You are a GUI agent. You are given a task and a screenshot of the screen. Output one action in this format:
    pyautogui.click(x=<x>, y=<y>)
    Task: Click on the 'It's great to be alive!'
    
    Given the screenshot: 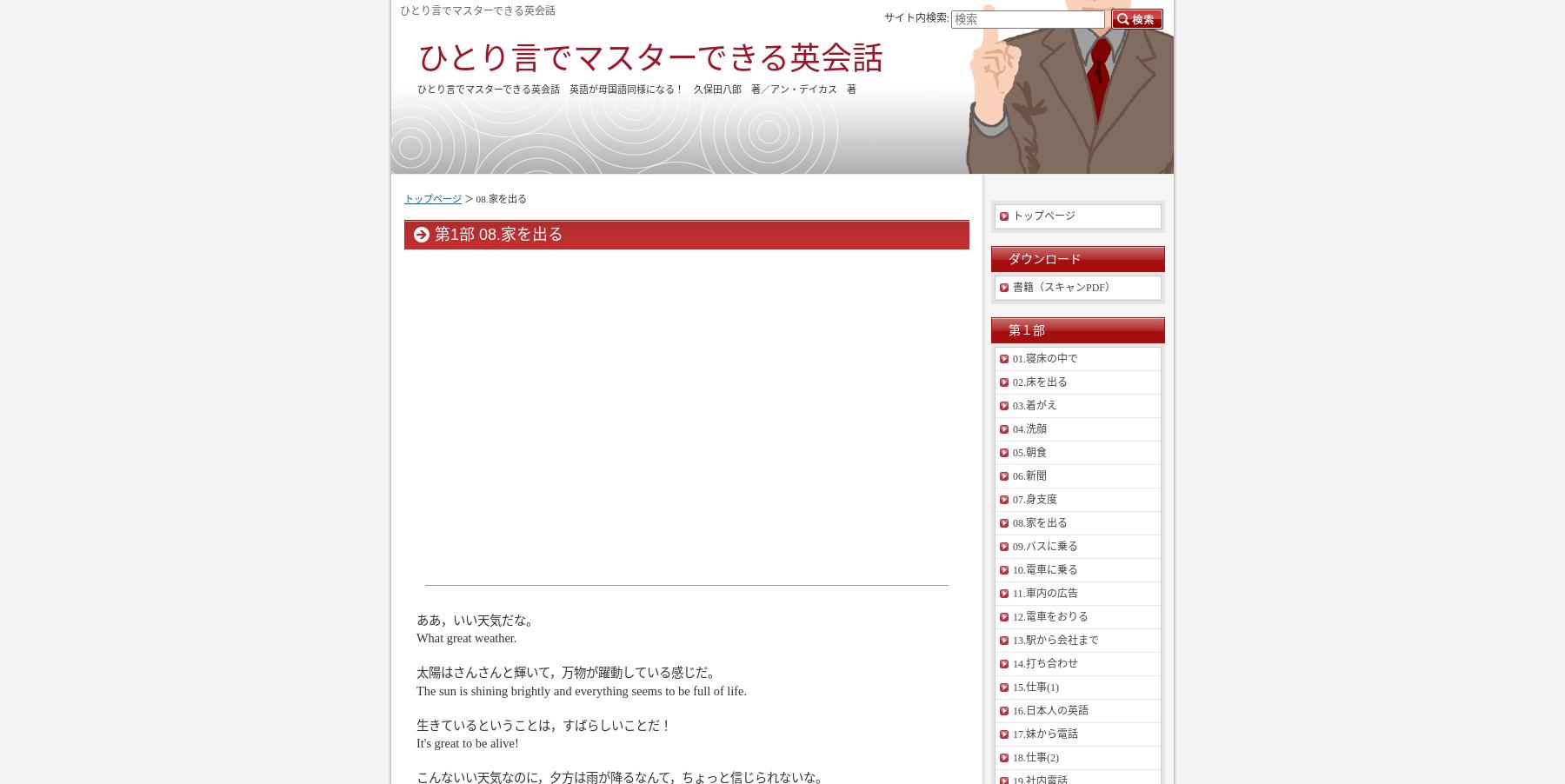 What is the action you would take?
    pyautogui.click(x=415, y=742)
    